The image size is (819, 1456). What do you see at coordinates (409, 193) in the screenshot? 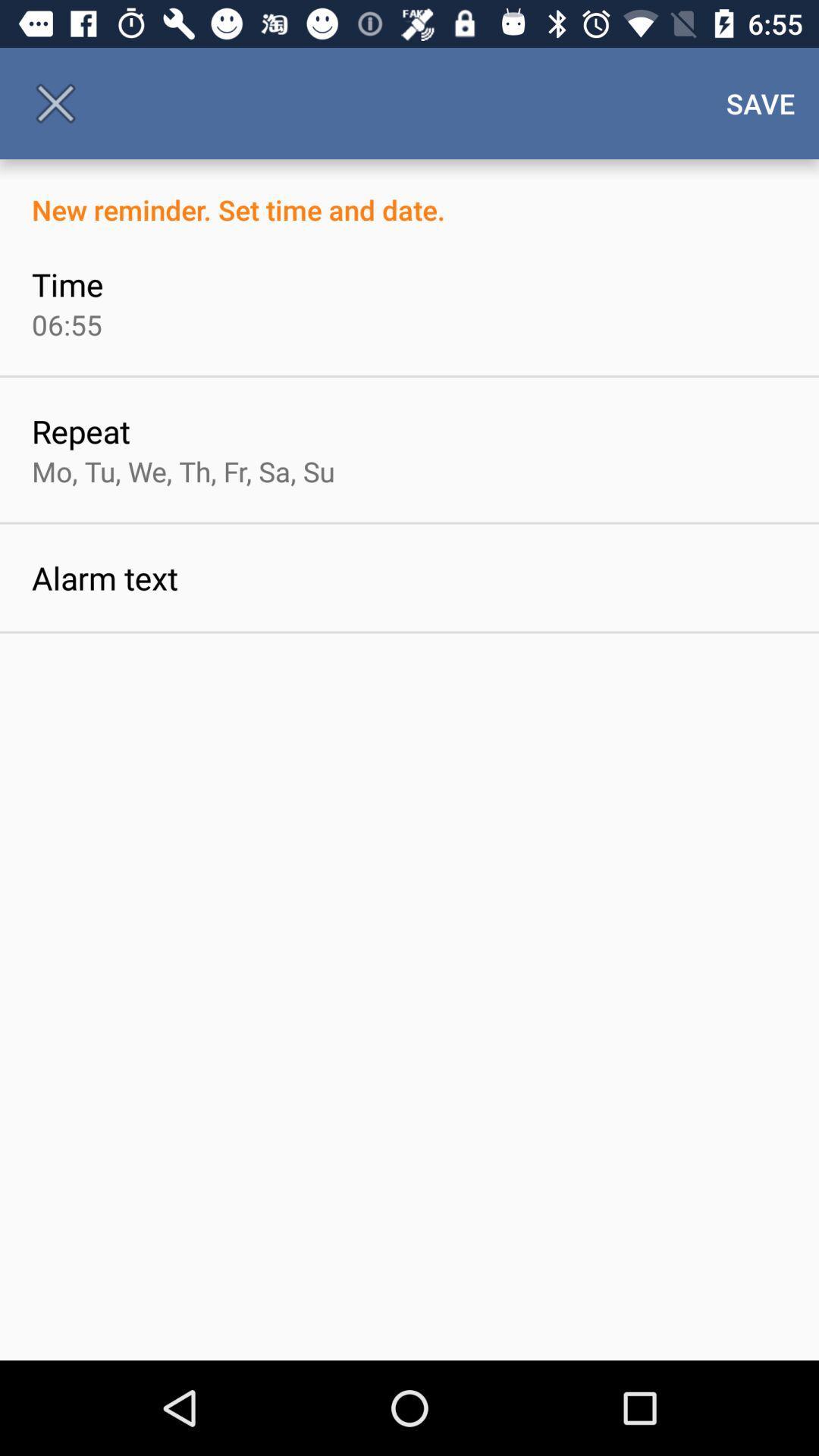
I see `new reminder set item` at bounding box center [409, 193].